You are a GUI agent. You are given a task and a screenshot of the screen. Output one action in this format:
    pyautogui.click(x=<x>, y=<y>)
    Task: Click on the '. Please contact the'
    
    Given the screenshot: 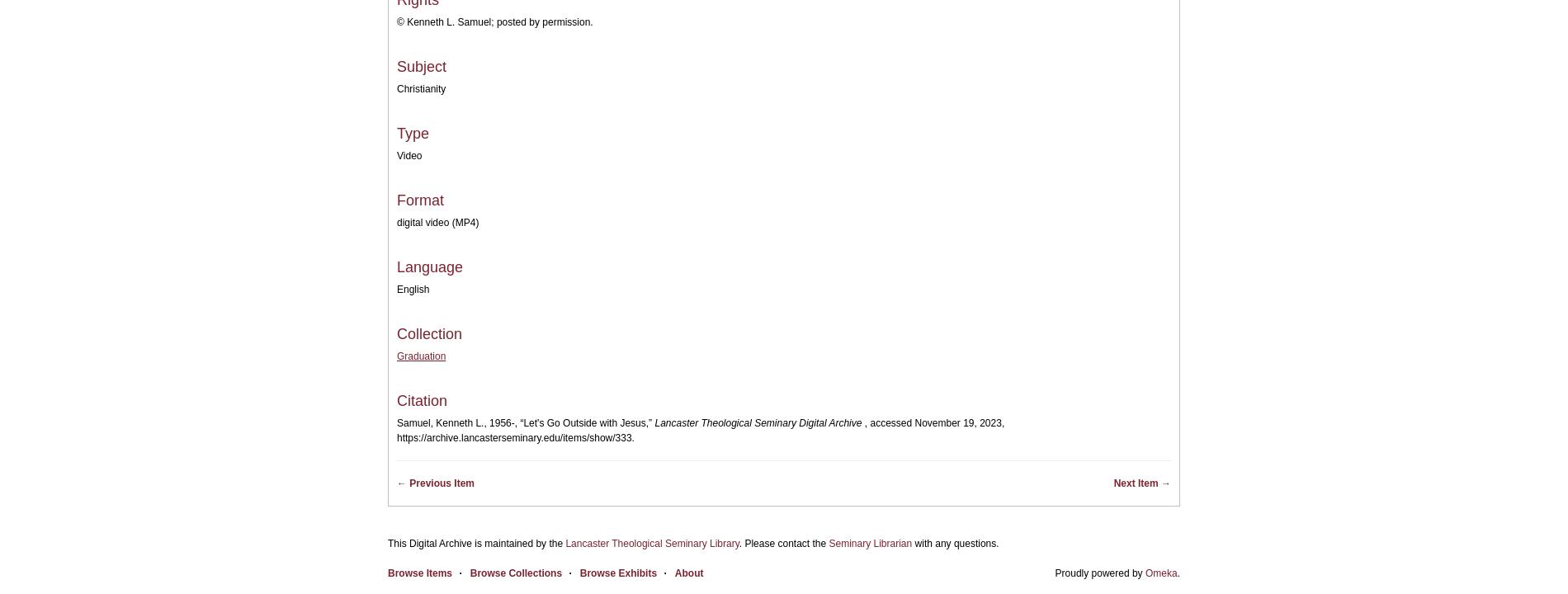 What is the action you would take?
    pyautogui.click(x=782, y=544)
    